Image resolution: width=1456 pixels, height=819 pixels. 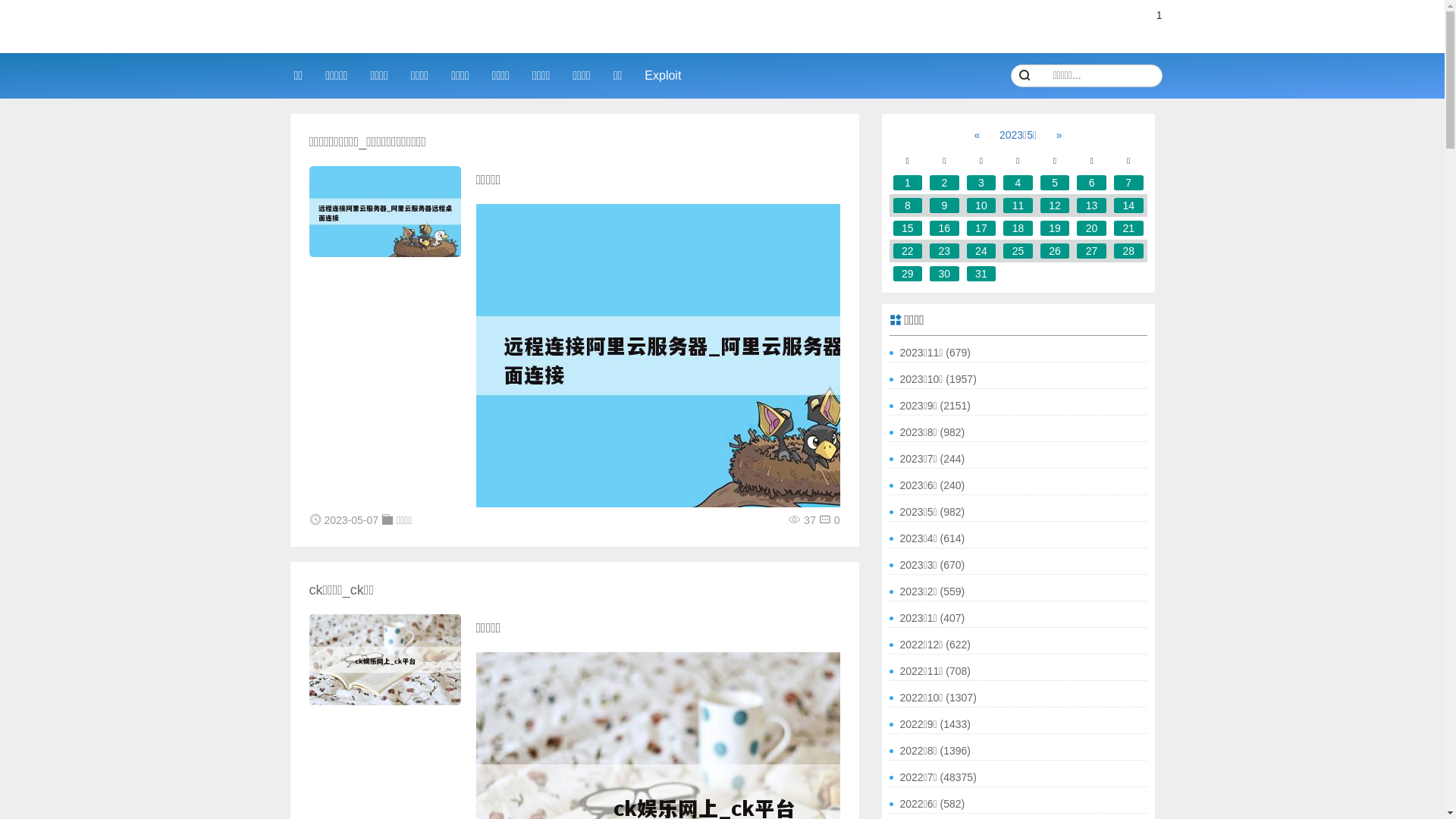 I want to click on 'Exploit', so click(x=662, y=75).